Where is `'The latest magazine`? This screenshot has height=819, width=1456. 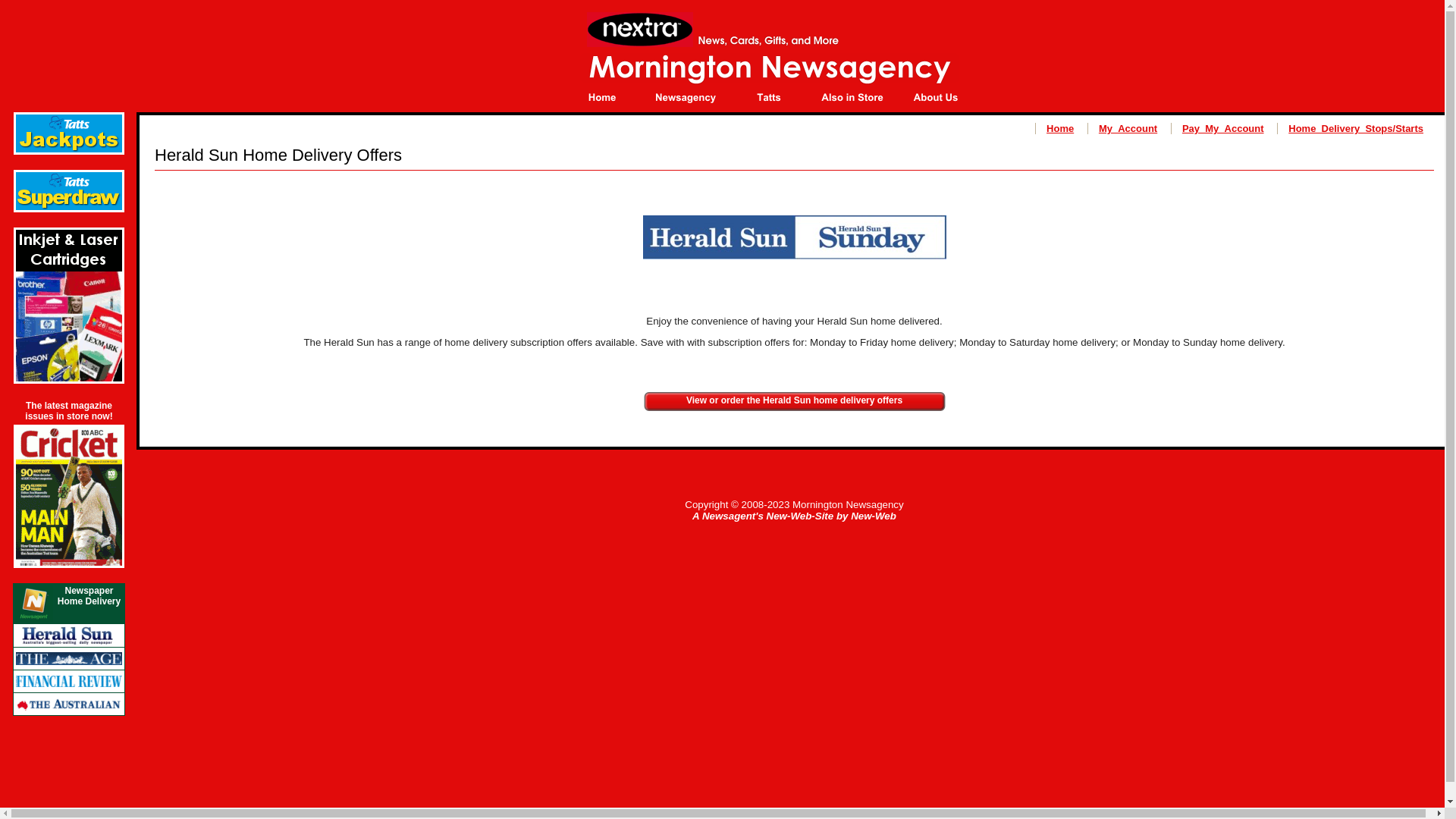
'The latest magazine is located at coordinates (25, 411).